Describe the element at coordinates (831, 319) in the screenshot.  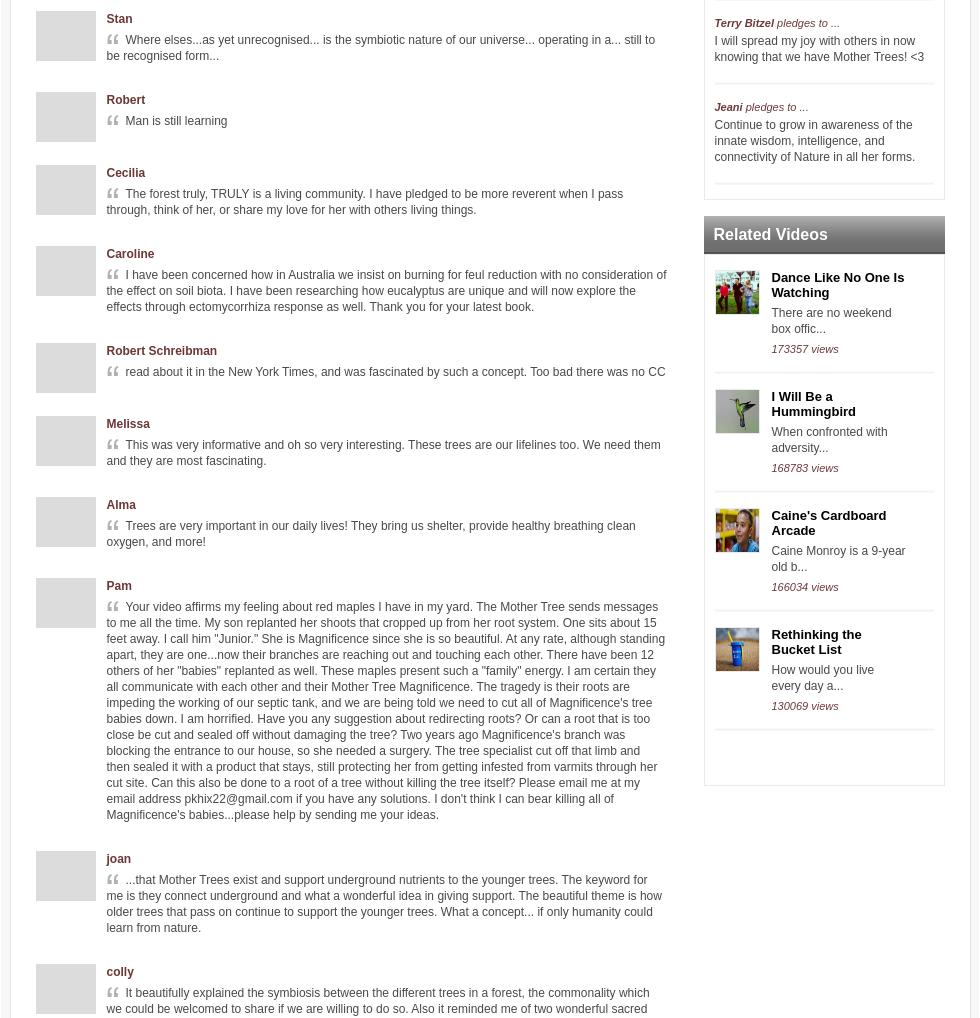
I see `'There are no weekend box offic...'` at that location.